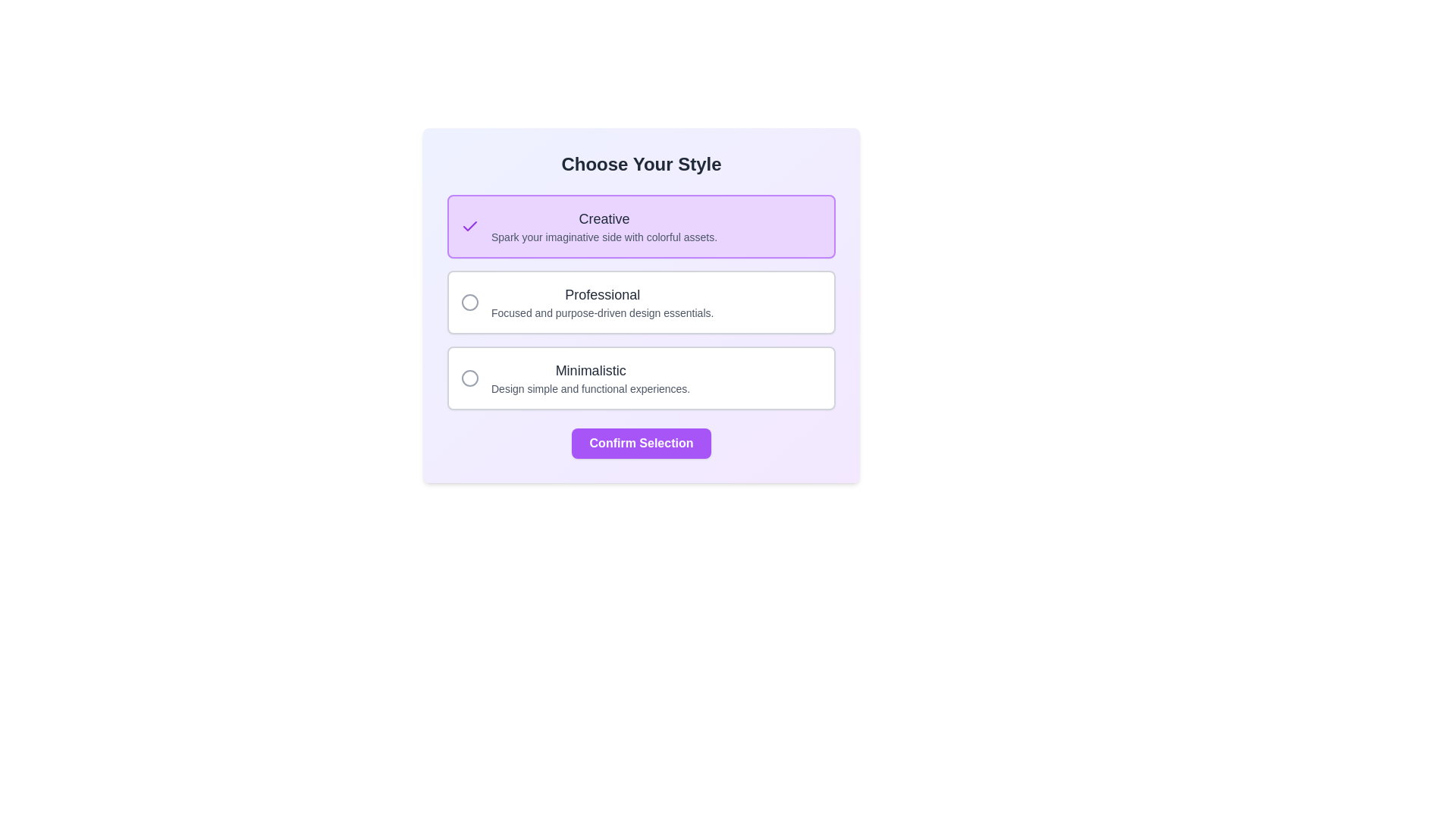 The height and width of the screenshot is (819, 1456). I want to click on the circular checkbox indicator for the 'Minimalistic' style option in the 'Choose Your Style' interface, so click(469, 377).